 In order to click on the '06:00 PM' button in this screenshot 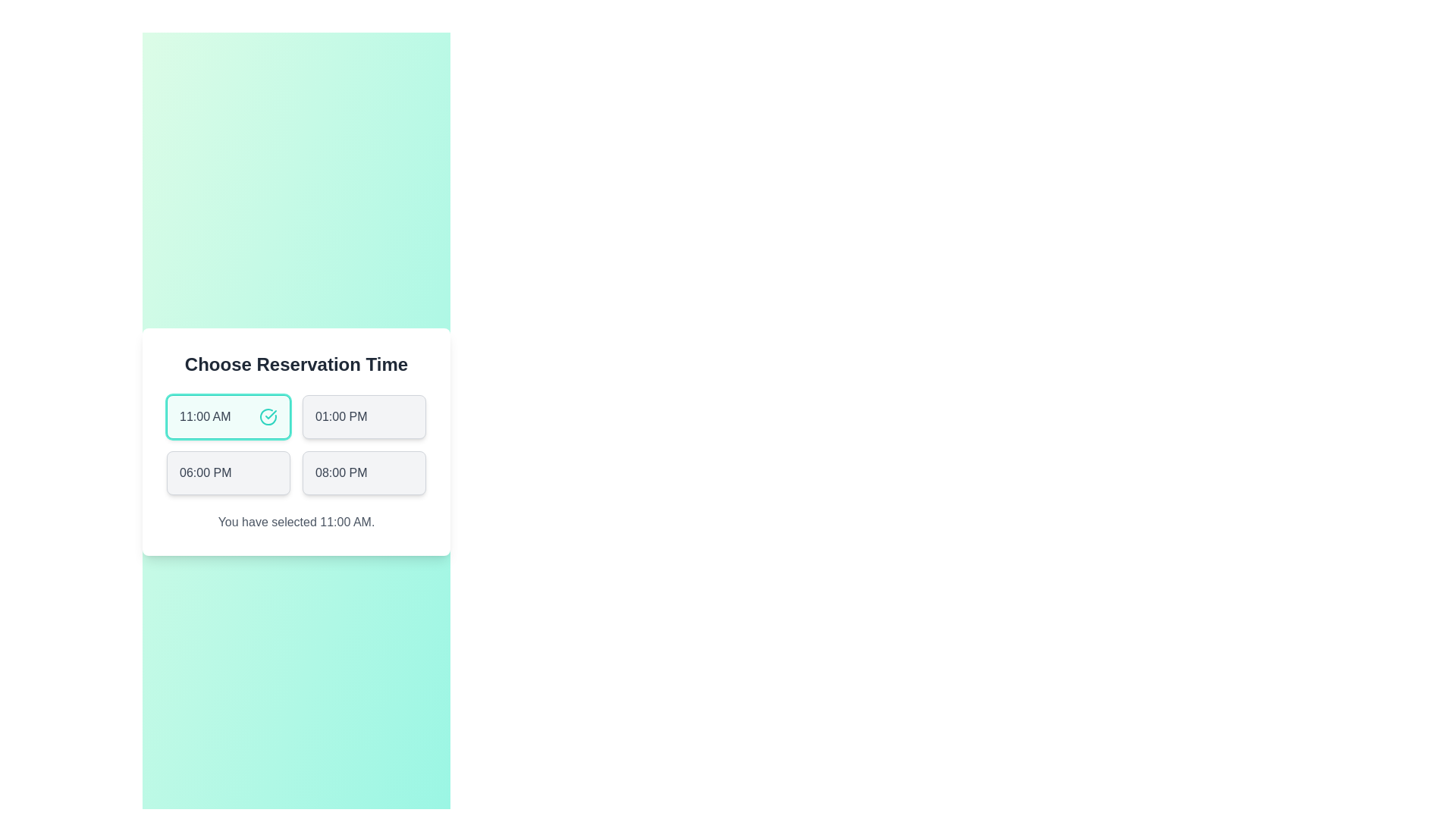, I will do `click(227, 472)`.